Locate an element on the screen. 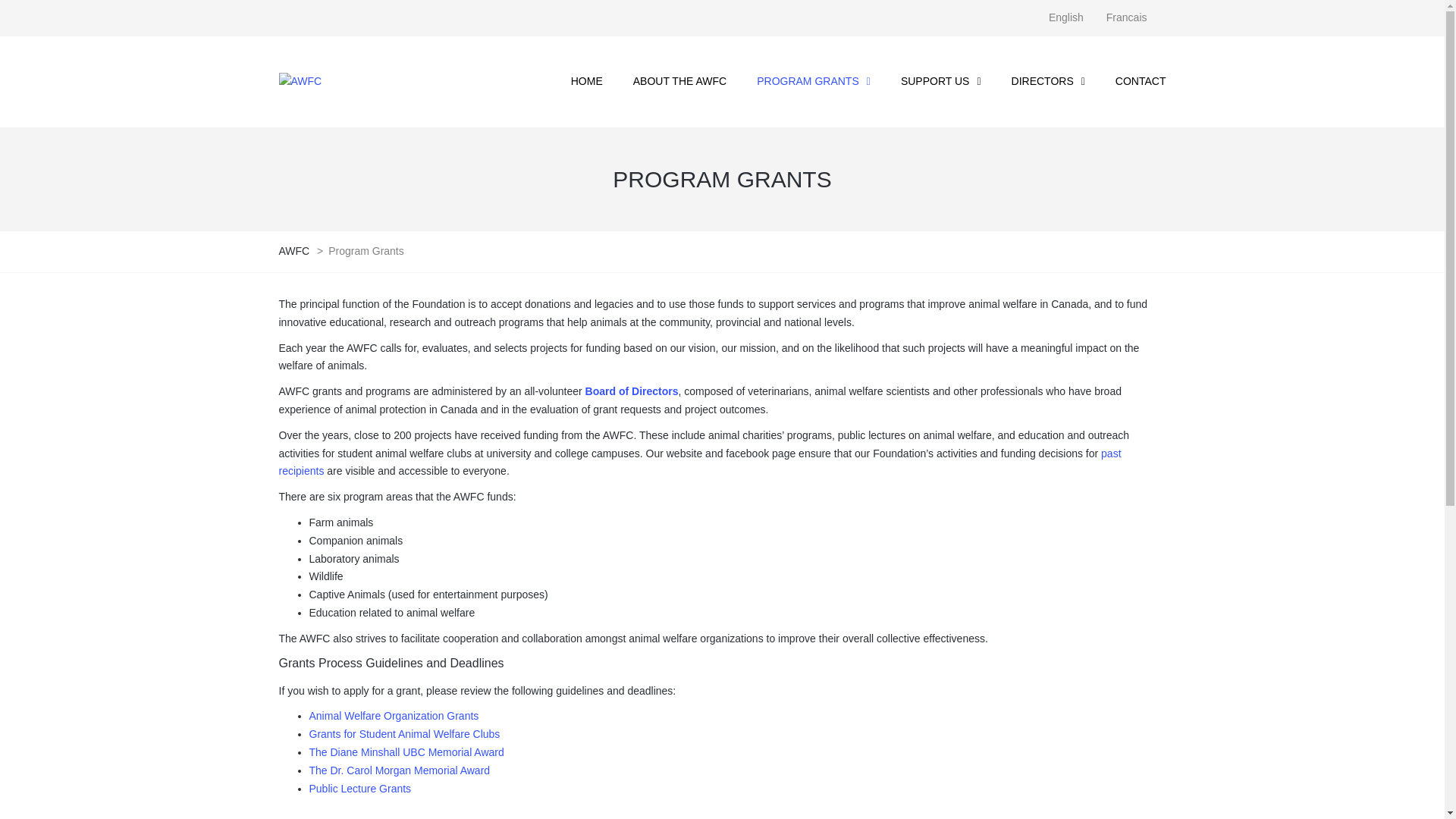 The width and height of the screenshot is (1456, 819). 'SUPPORT US' is located at coordinates (940, 82).